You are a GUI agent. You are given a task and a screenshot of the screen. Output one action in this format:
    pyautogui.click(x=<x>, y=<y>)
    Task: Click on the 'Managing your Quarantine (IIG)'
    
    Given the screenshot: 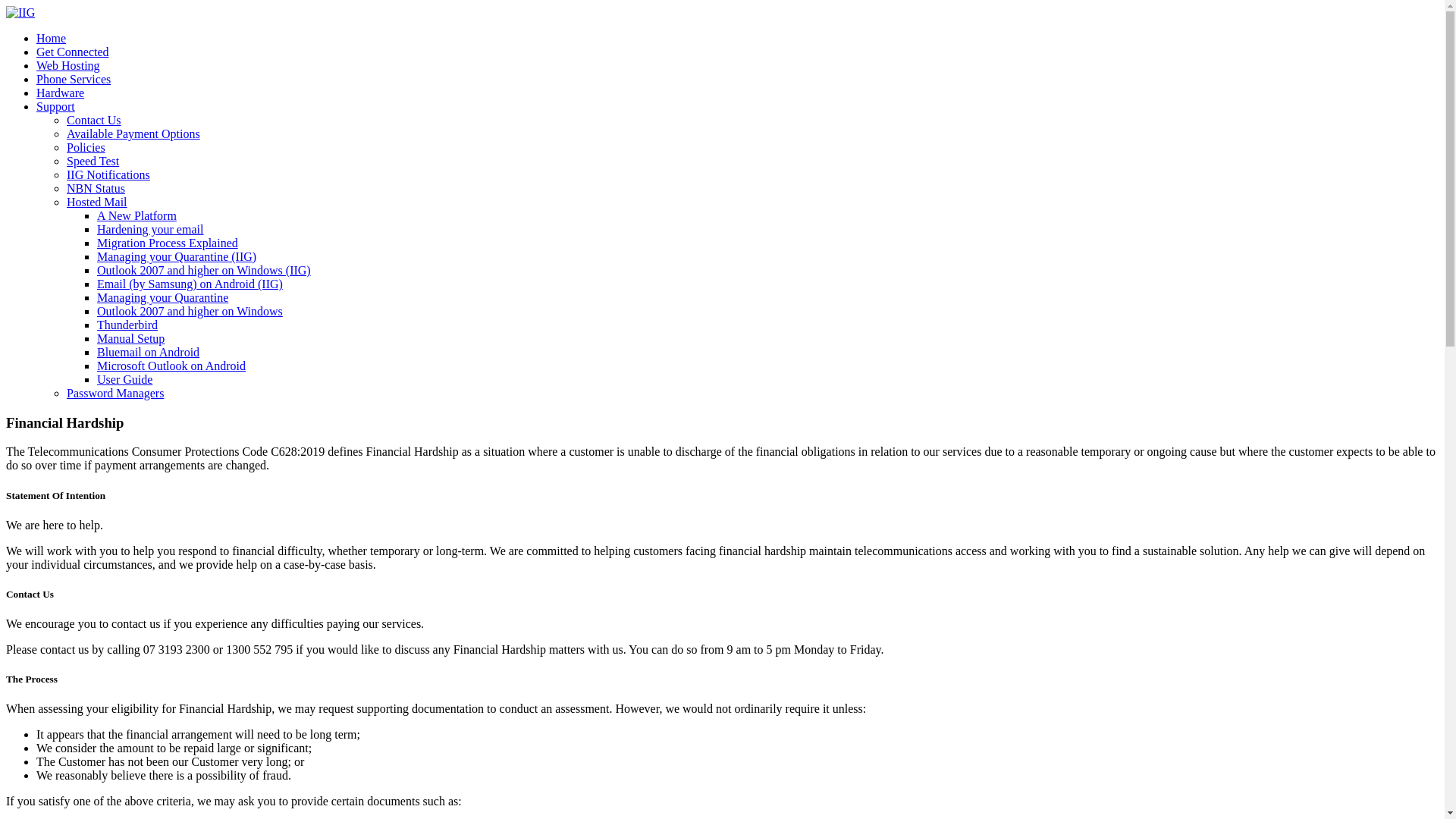 What is the action you would take?
    pyautogui.click(x=177, y=256)
    